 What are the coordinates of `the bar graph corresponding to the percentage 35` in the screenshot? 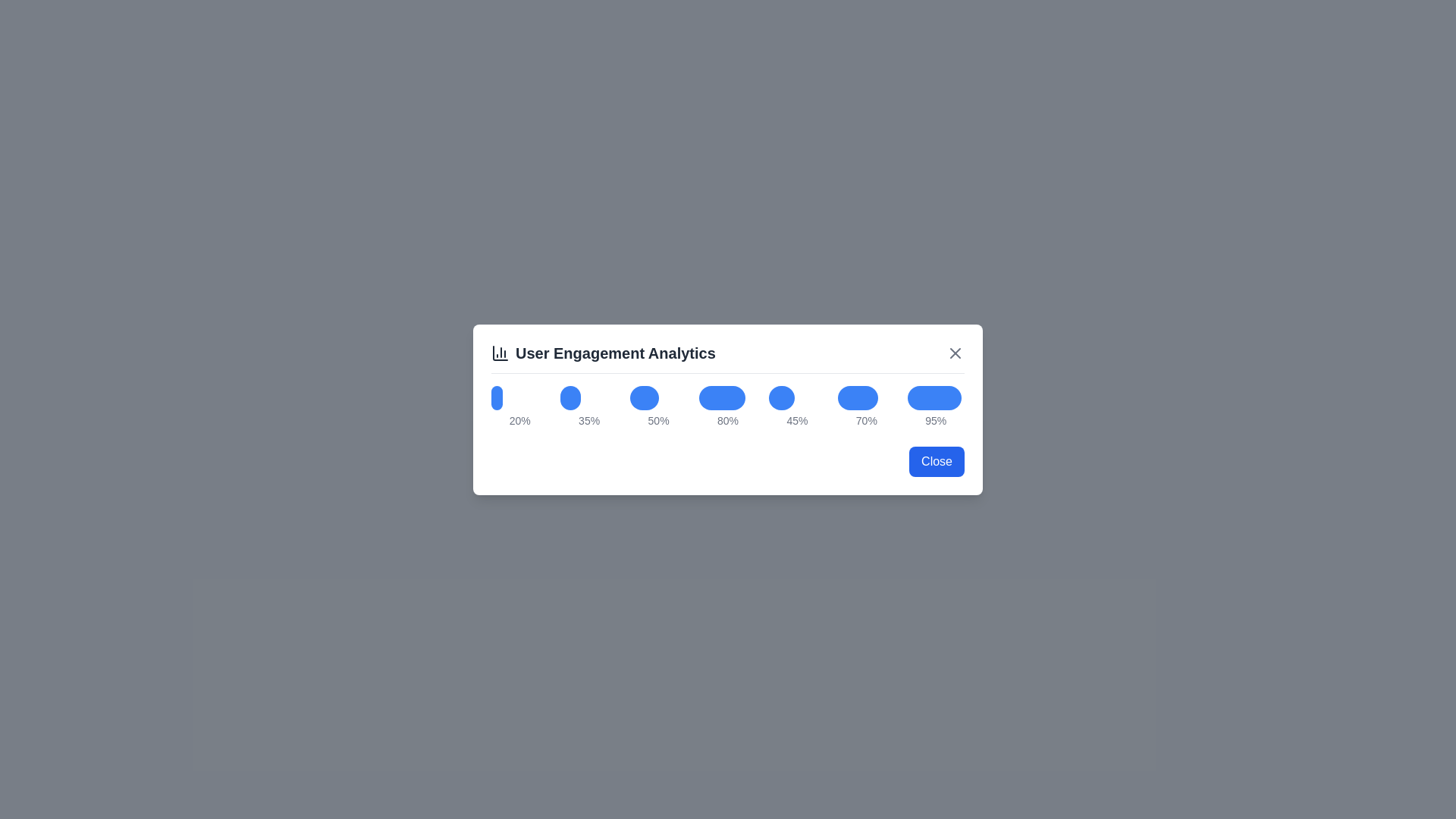 It's located at (570, 397).